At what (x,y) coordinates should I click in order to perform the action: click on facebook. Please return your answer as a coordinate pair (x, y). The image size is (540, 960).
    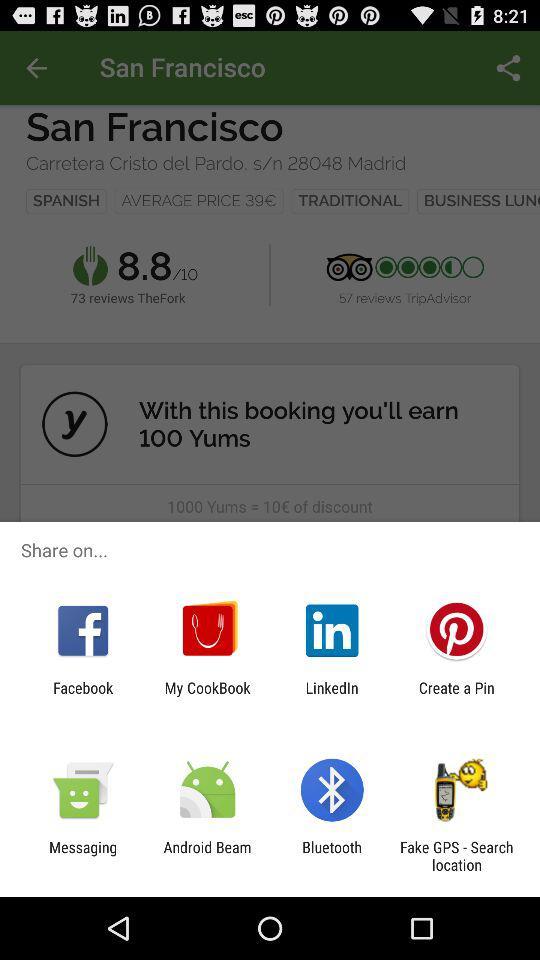
    Looking at the image, I should click on (82, 696).